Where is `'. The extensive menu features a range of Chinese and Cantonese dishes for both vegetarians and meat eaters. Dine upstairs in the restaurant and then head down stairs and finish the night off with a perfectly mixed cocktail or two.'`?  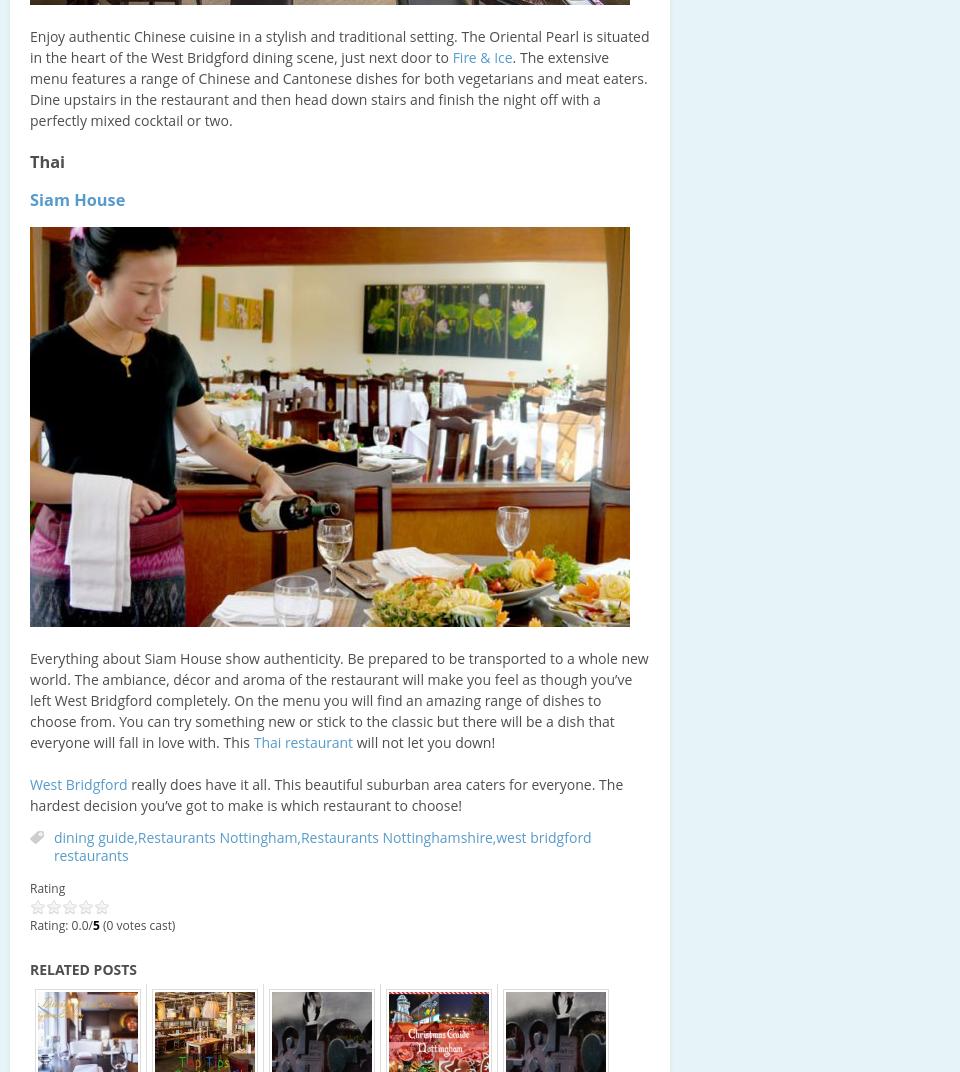
'. The extensive menu features a range of Chinese and Cantonese dishes for both vegetarians and meat eaters. Dine upstairs in the restaurant and then head down stairs and finish the night off with a perfectly mixed cocktail or two.' is located at coordinates (338, 88).